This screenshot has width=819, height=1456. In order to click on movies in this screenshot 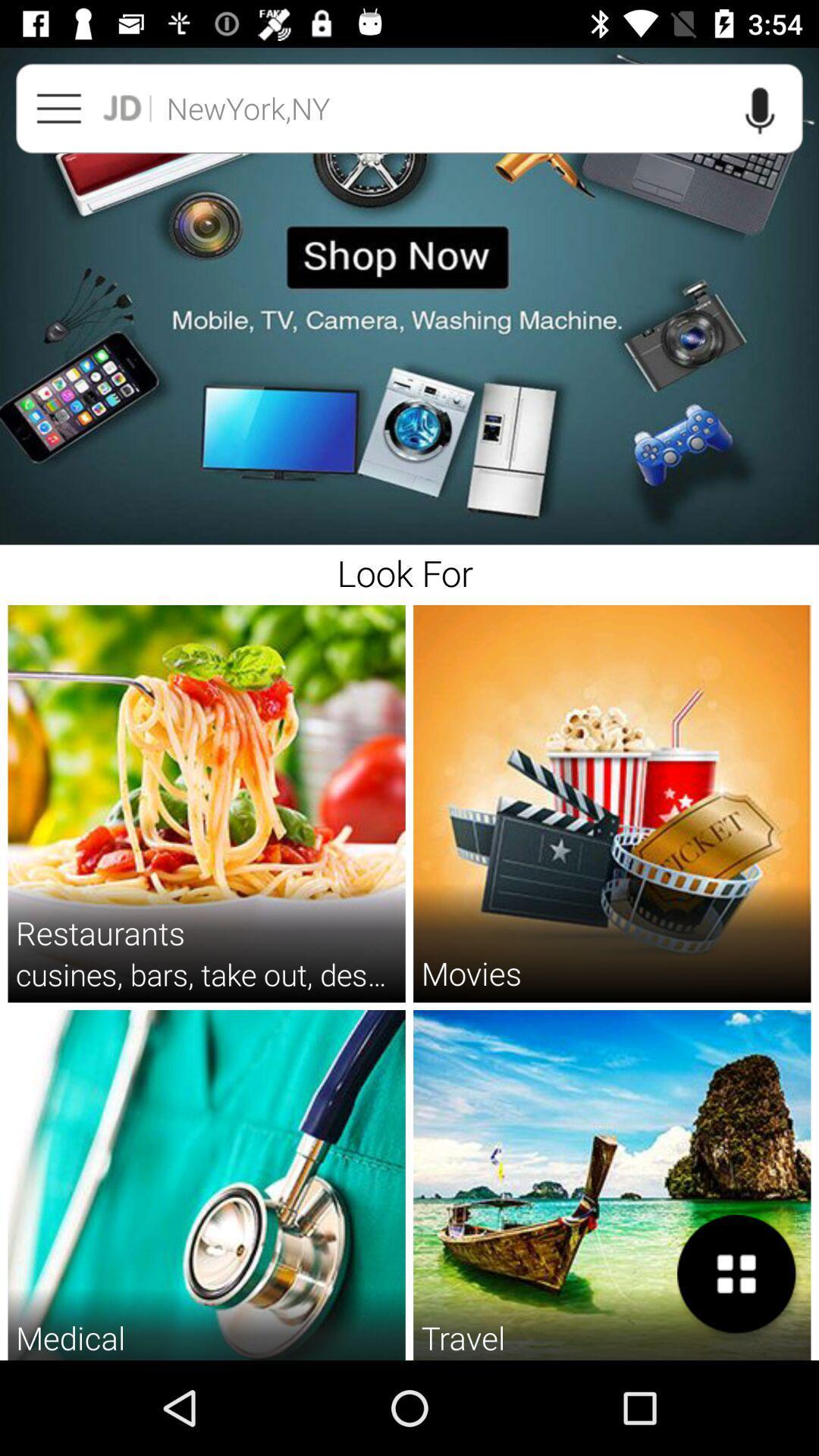, I will do `click(470, 973)`.